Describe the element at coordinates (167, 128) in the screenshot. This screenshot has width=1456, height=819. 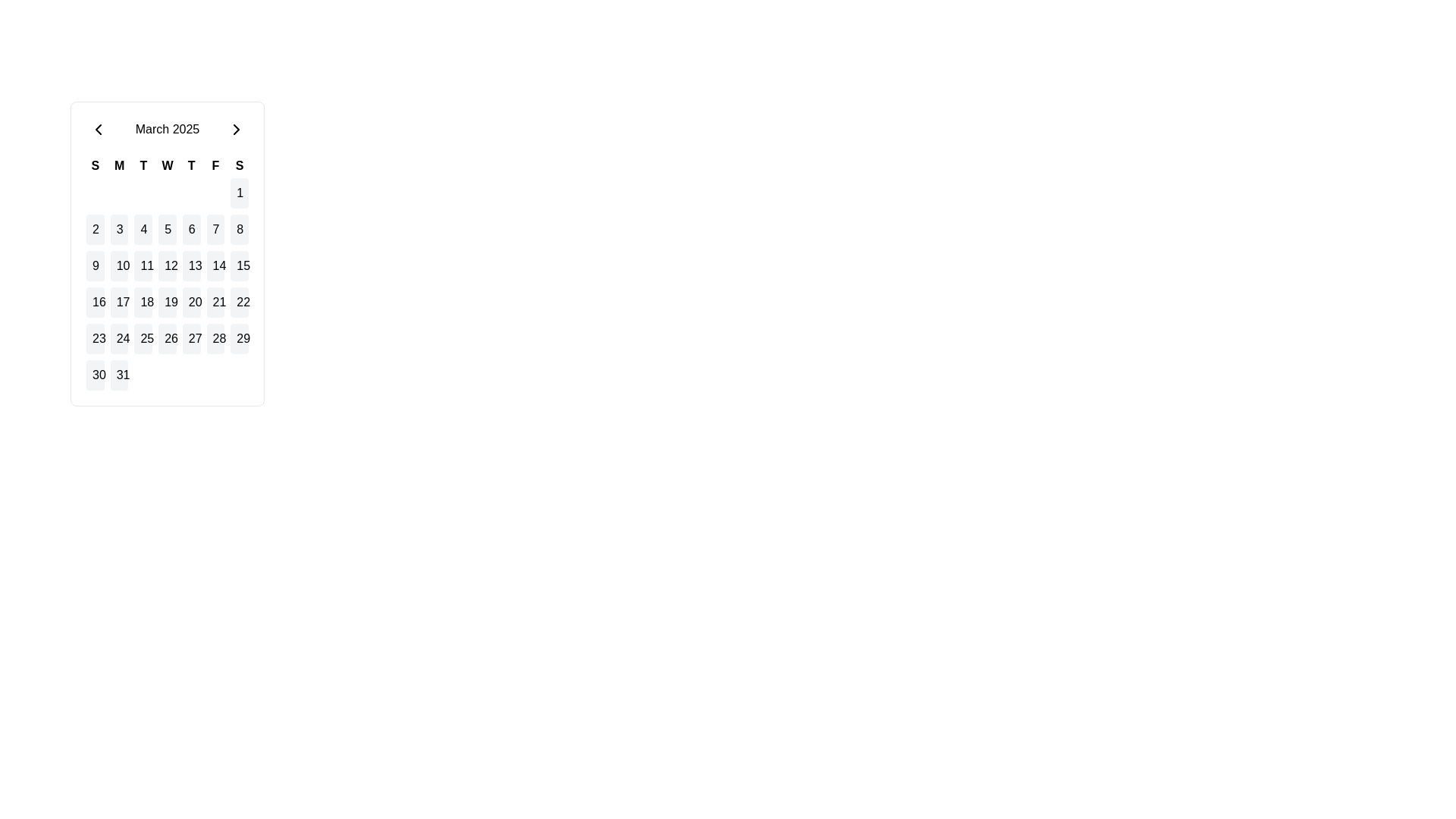
I see `displayed text from the currently selected month and year in the date-picker interface, which is positioned at the top center of the widget area` at that location.